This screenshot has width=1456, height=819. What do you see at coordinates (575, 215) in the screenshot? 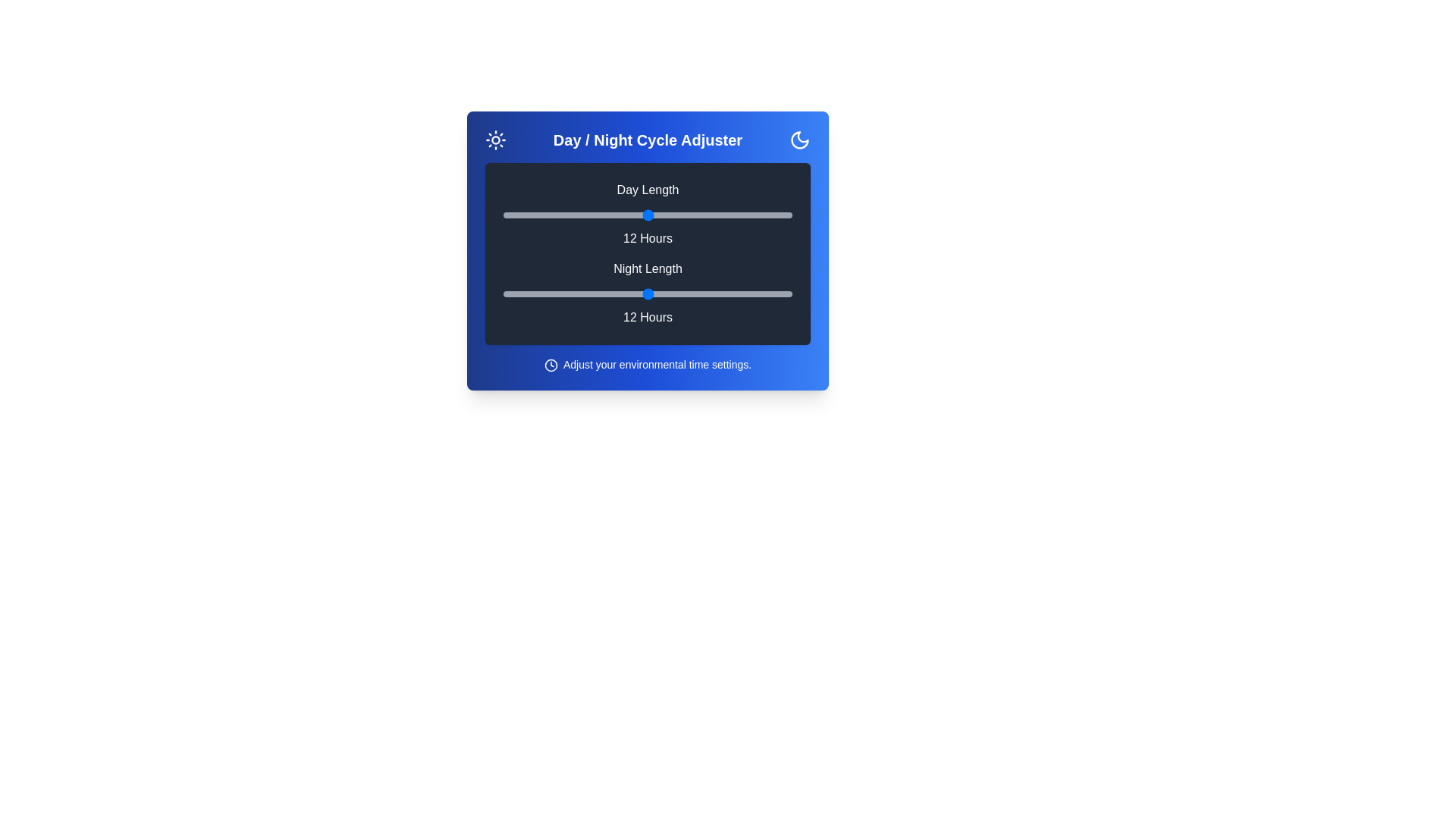
I see `the 'Day Length' slider to set the day duration to 9 hours` at bounding box center [575, 215].